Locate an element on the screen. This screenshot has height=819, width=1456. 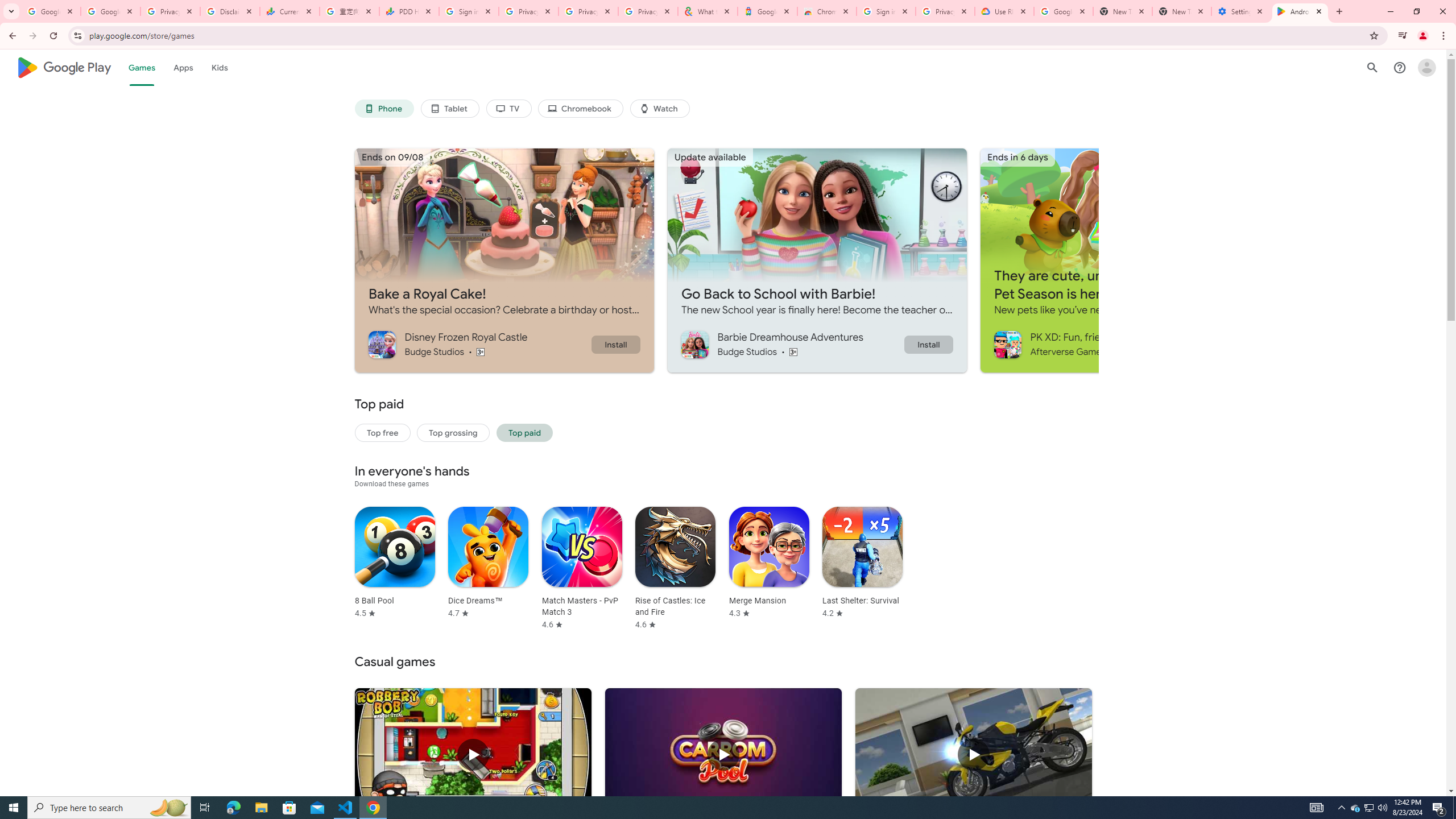
'Android Apps on Google Play' is located at coordinates (1300, 11).